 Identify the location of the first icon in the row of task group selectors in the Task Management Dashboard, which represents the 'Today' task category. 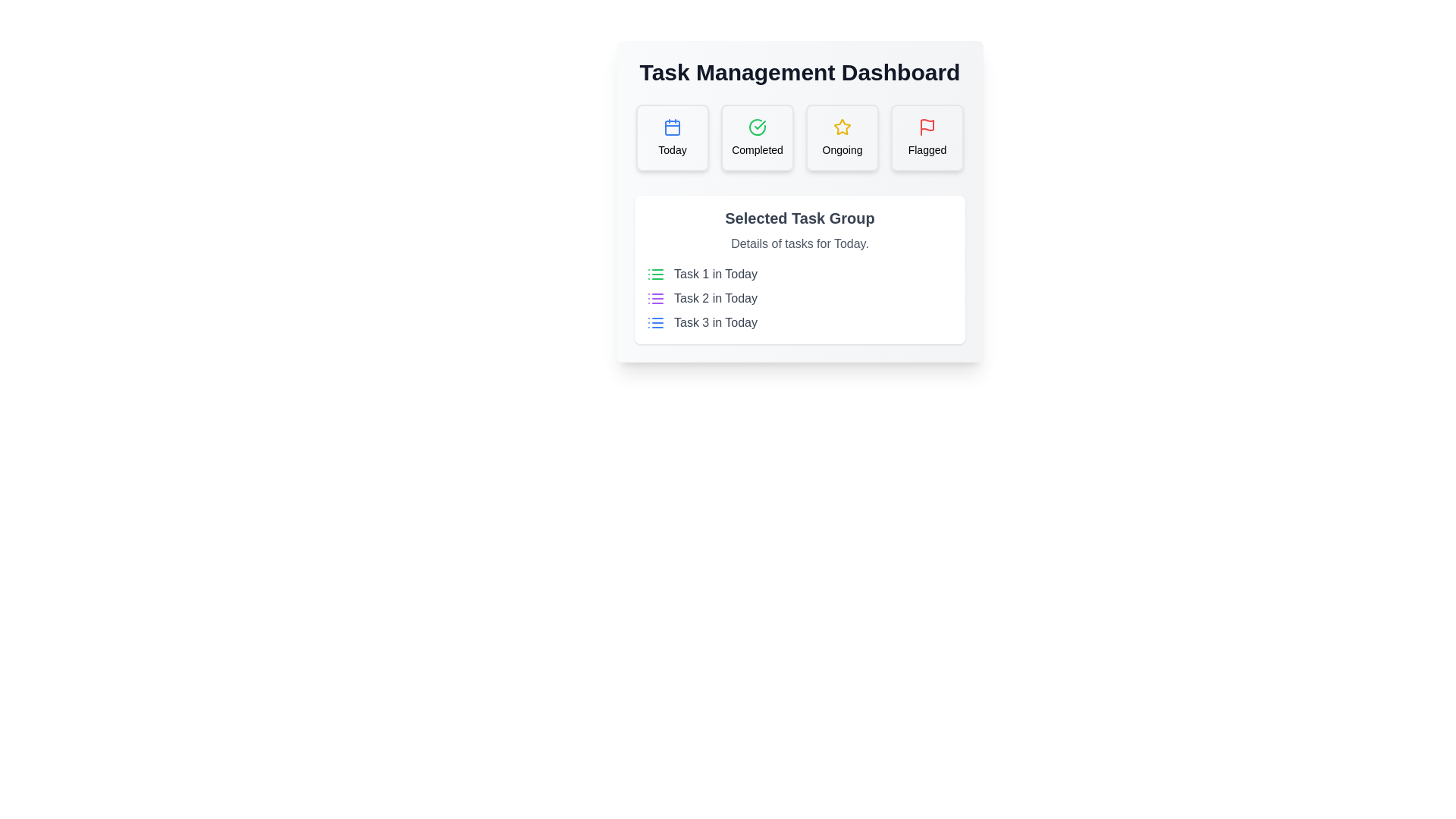
(672, 127).